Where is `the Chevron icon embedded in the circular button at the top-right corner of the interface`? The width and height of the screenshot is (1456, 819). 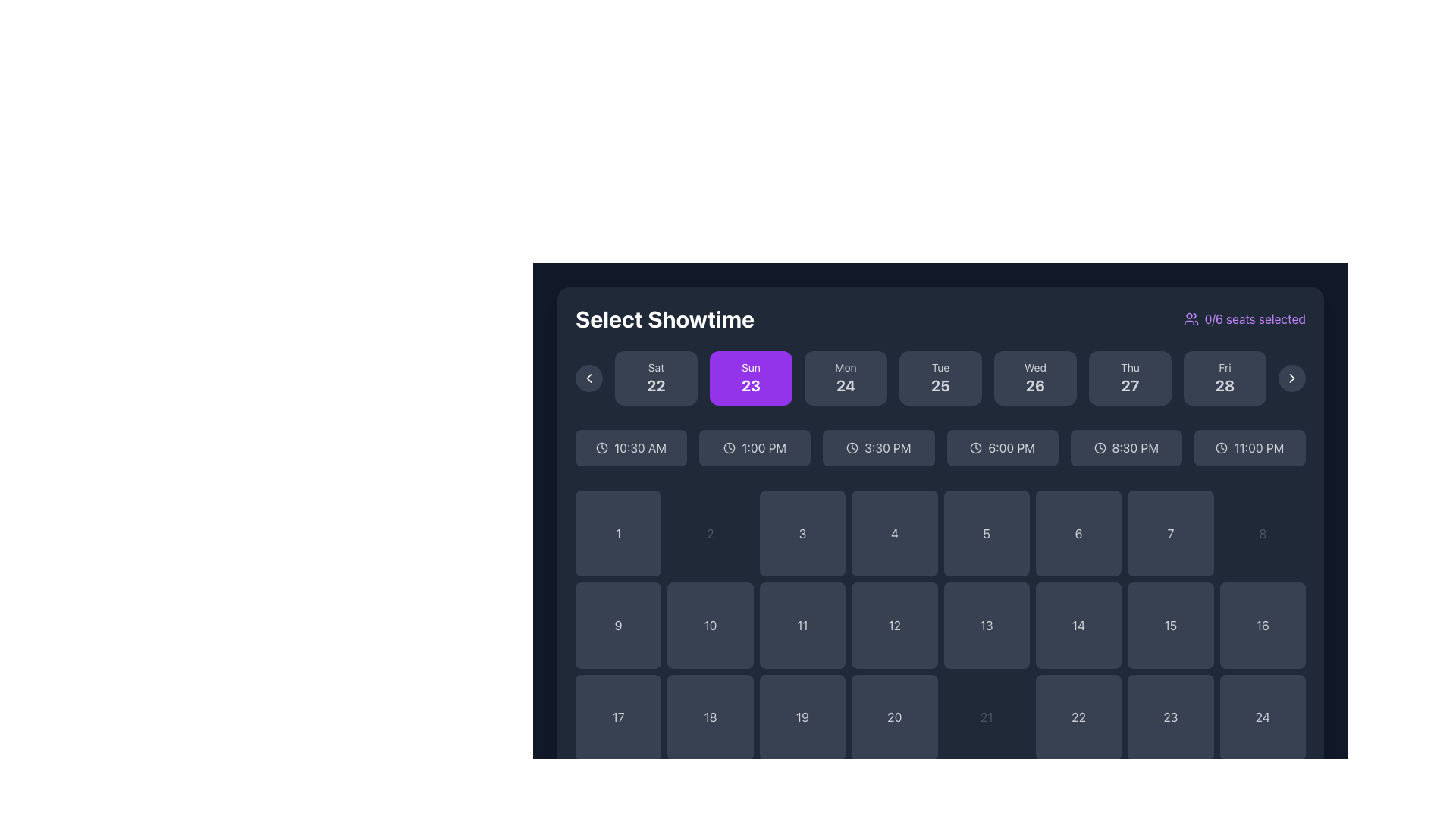
the Chevron icon embedded in the circular button at the top-right corner of the interface is located at coordinates (1291, 377).